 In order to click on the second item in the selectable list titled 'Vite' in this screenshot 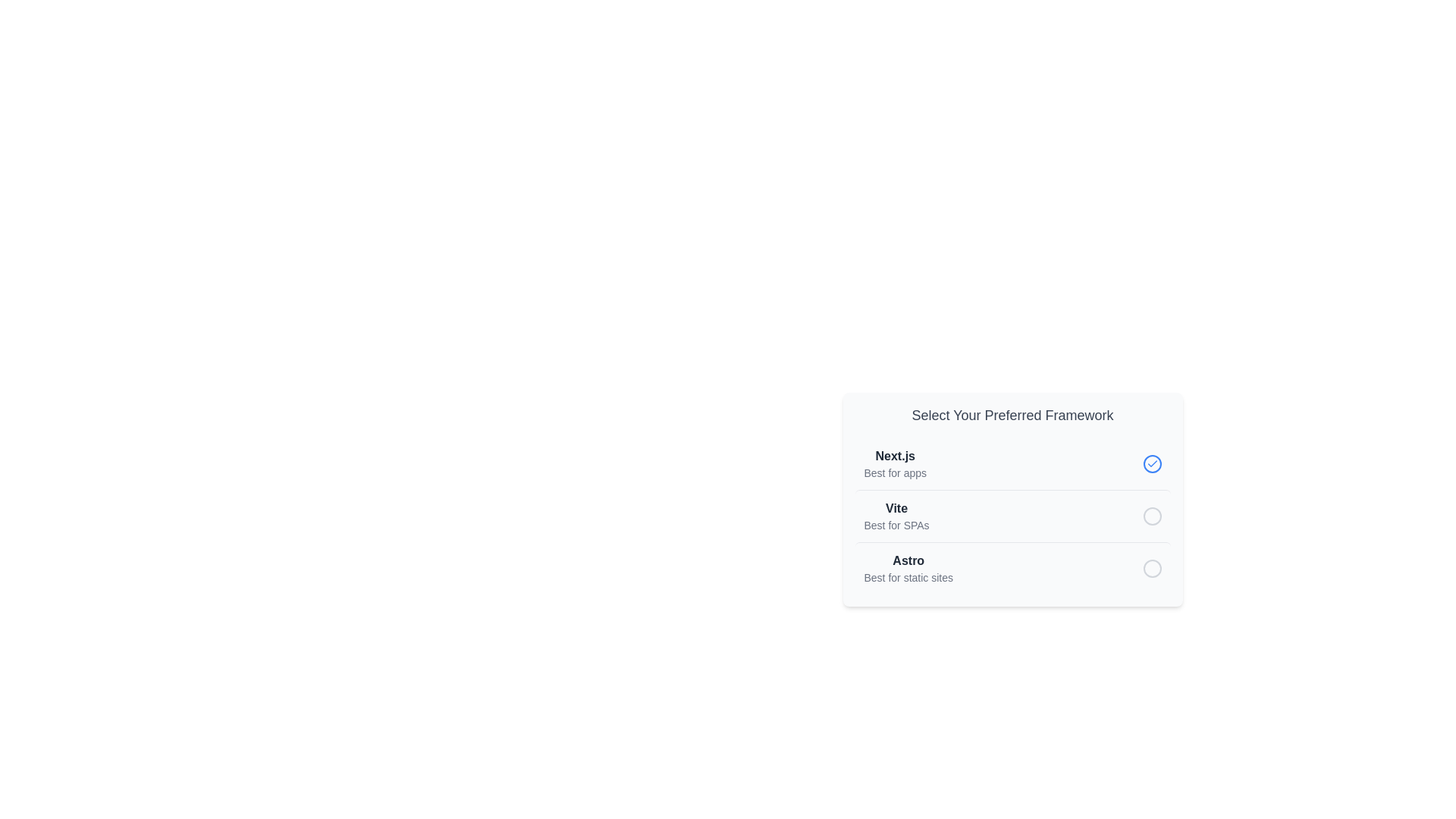, I will do `click(1012, 516)`.